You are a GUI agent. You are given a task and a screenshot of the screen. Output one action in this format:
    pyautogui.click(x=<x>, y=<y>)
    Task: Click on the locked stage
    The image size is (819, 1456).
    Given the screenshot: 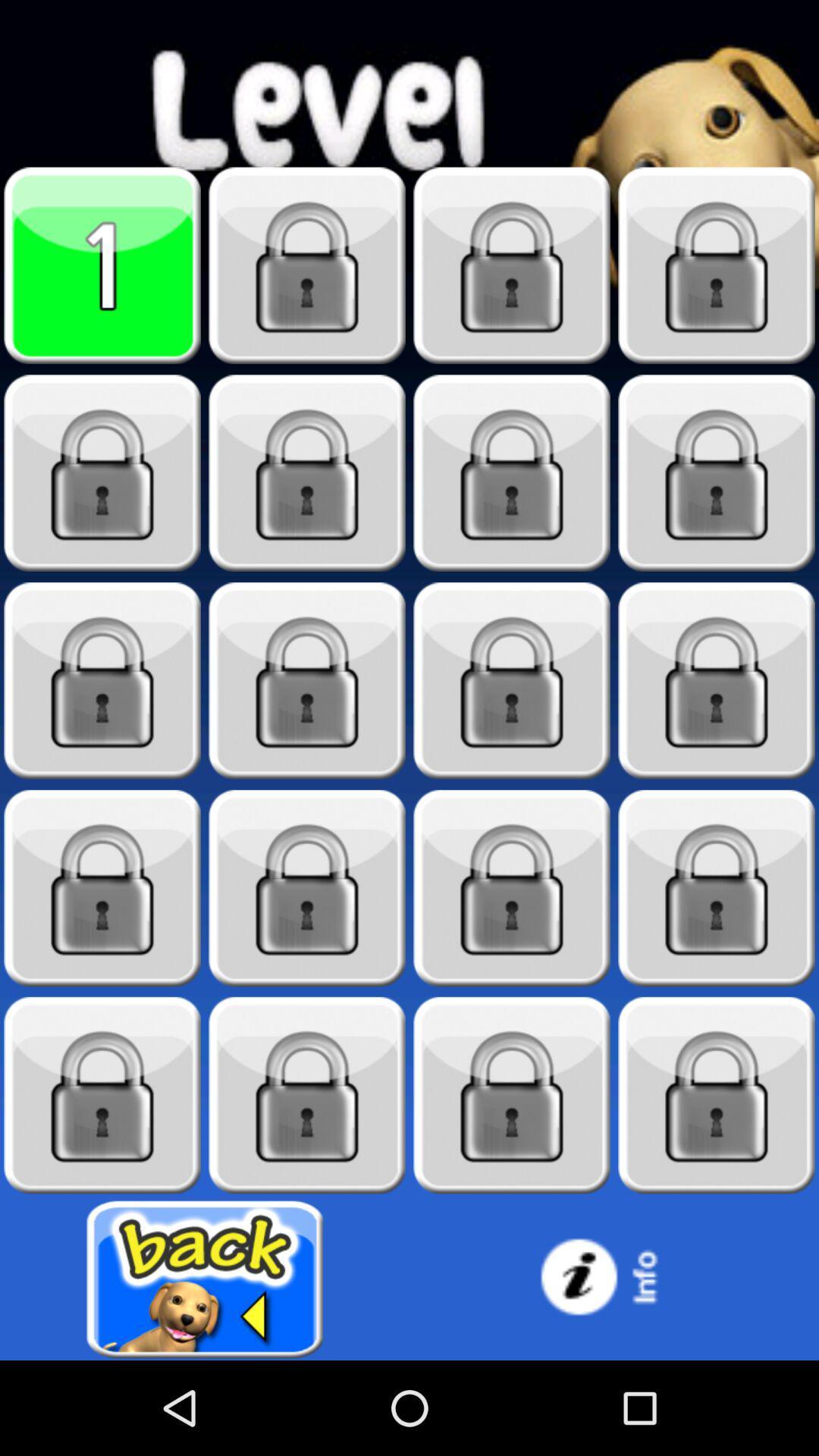 What is the action you would take?
    pyautogui.click(x=717, y=888)
    